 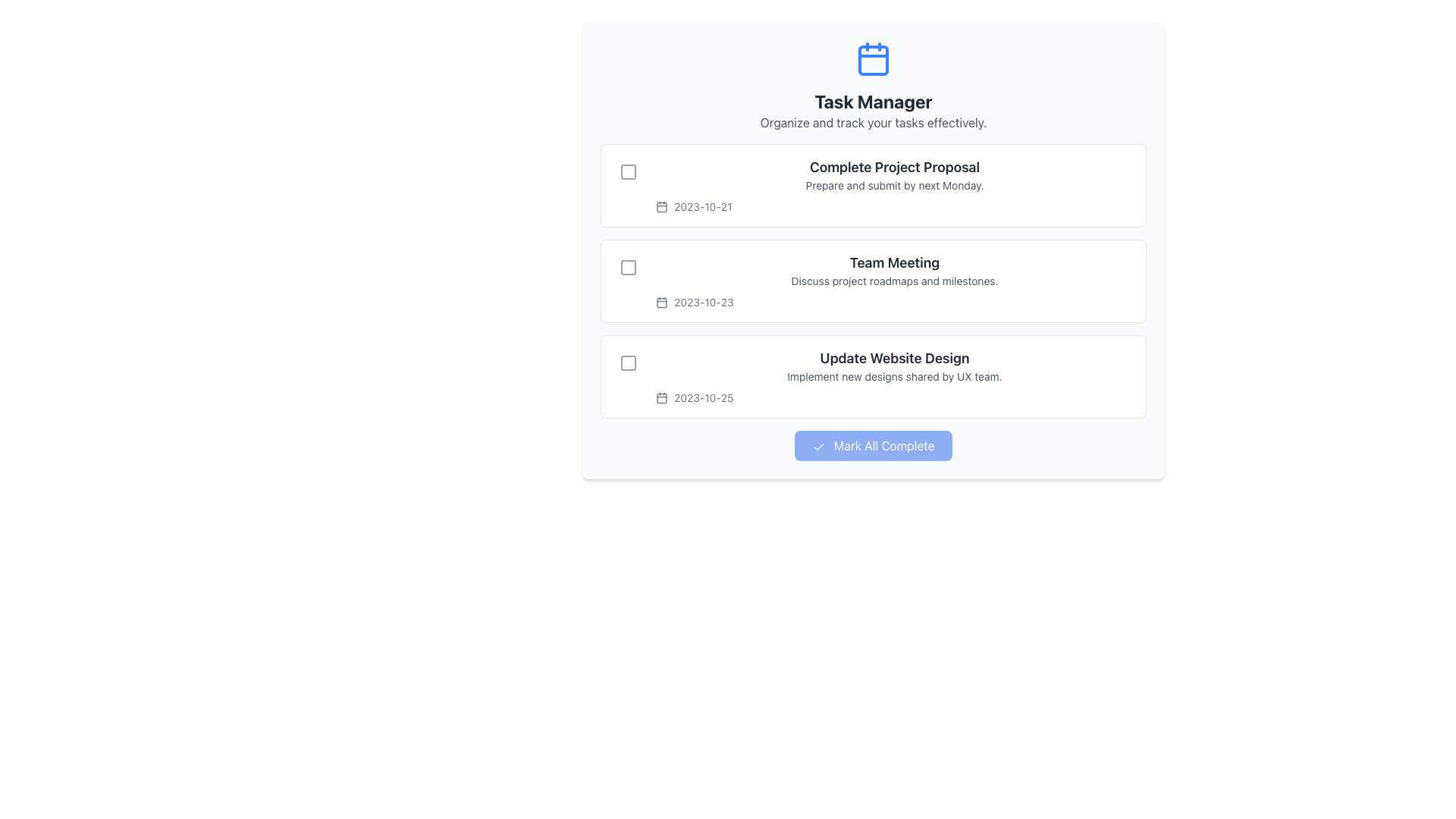 What do you see at coordinates (895, 281) in the screenshot?
I see `the text element that states 'Discuss project roadmaps and milestones.' located beneath the header 'Team Meeting' in the second task card` at bounding box center [895, 281].